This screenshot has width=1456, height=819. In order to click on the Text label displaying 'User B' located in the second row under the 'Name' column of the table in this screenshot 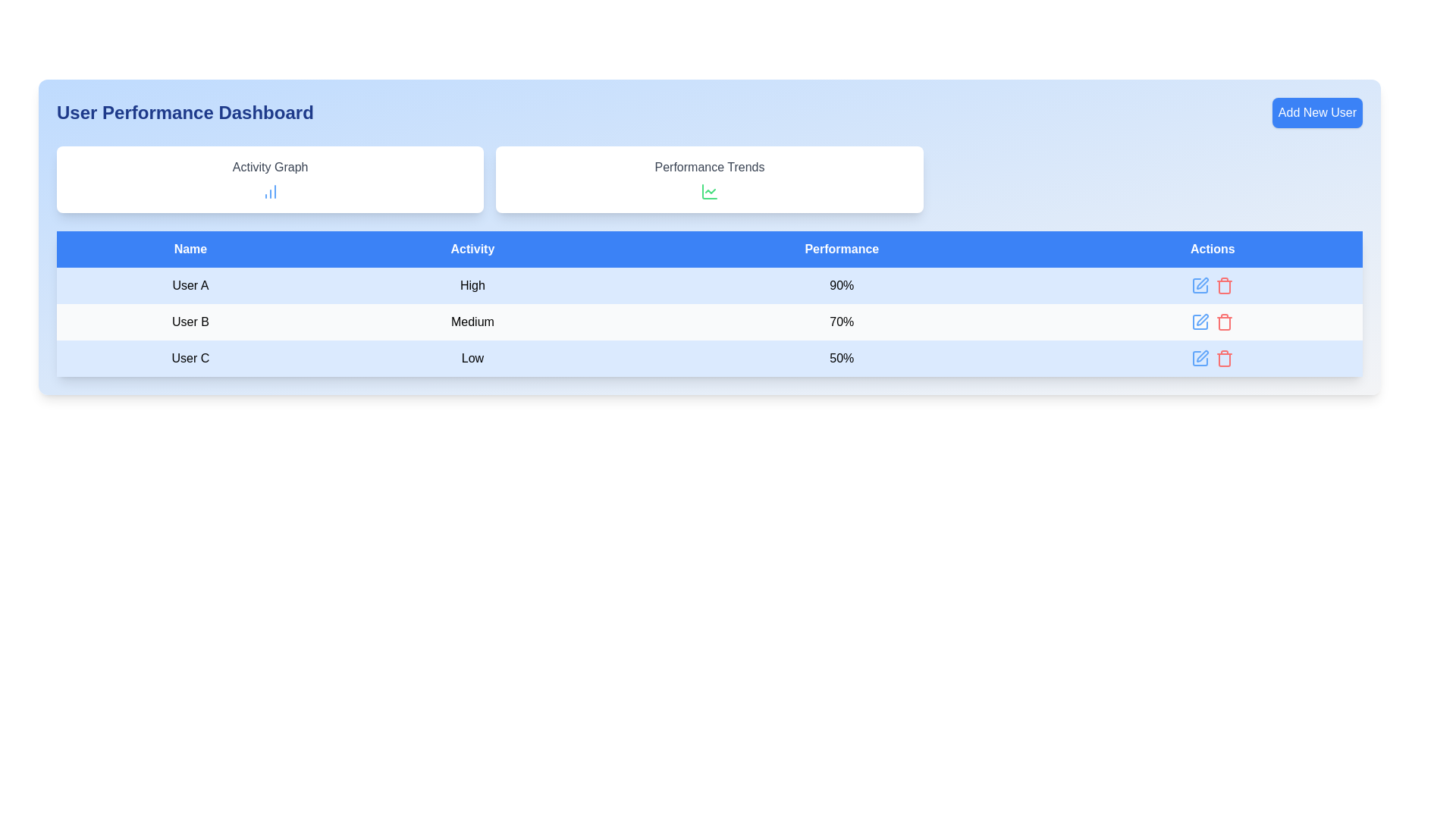, I will do `click(190, 321)`.